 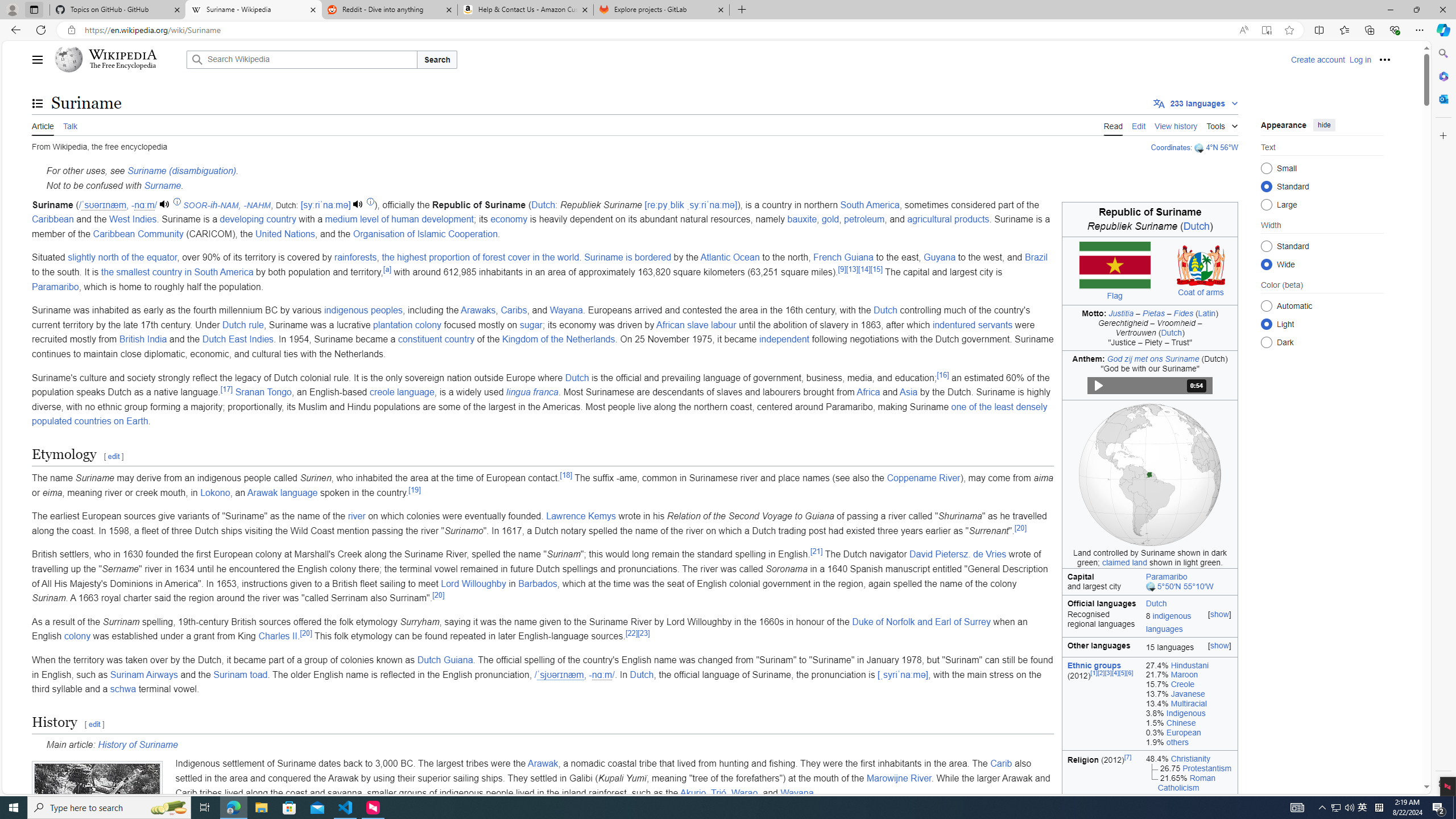 What do you see at coordinates (942, 374) in the screenshot?
I see `'[16]'` at bounding box center [942, 374].